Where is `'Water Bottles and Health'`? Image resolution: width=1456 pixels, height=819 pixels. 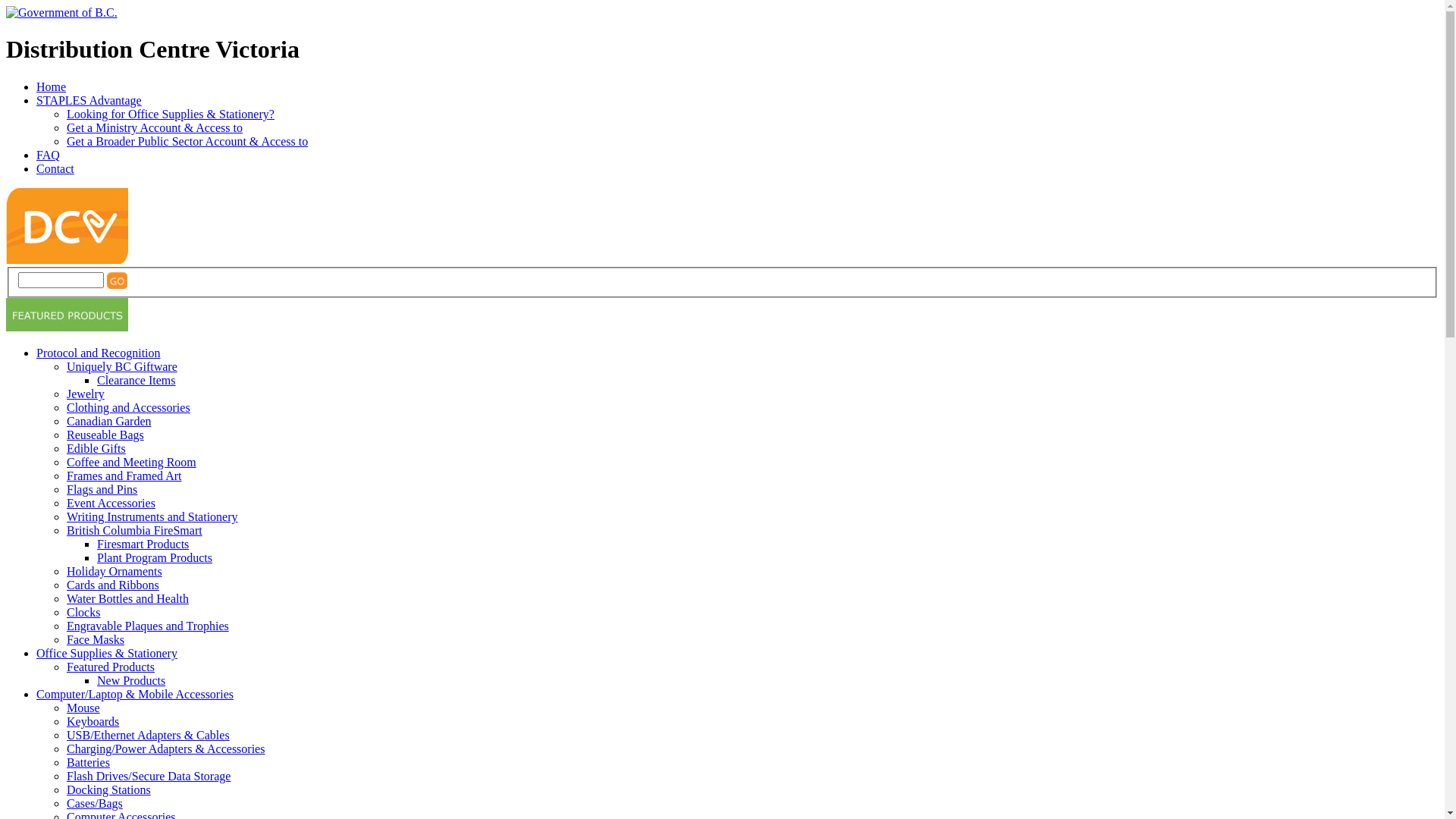 'Water Bottles and Health' is located at coordinates (127, 598).